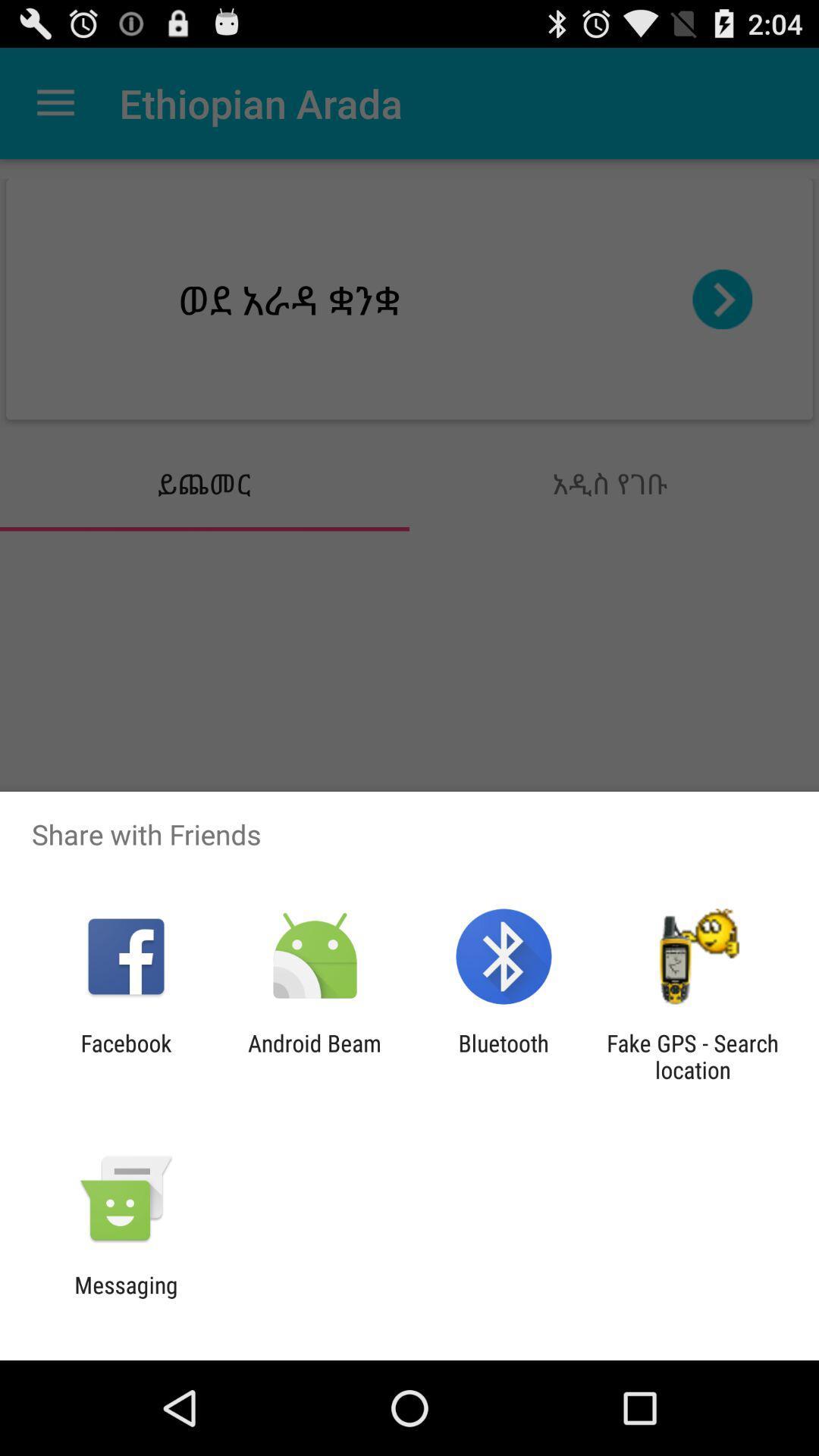 The width and height of the screenshot is (819, 1456). I want to click on bluetooth, so click(504, 1056).